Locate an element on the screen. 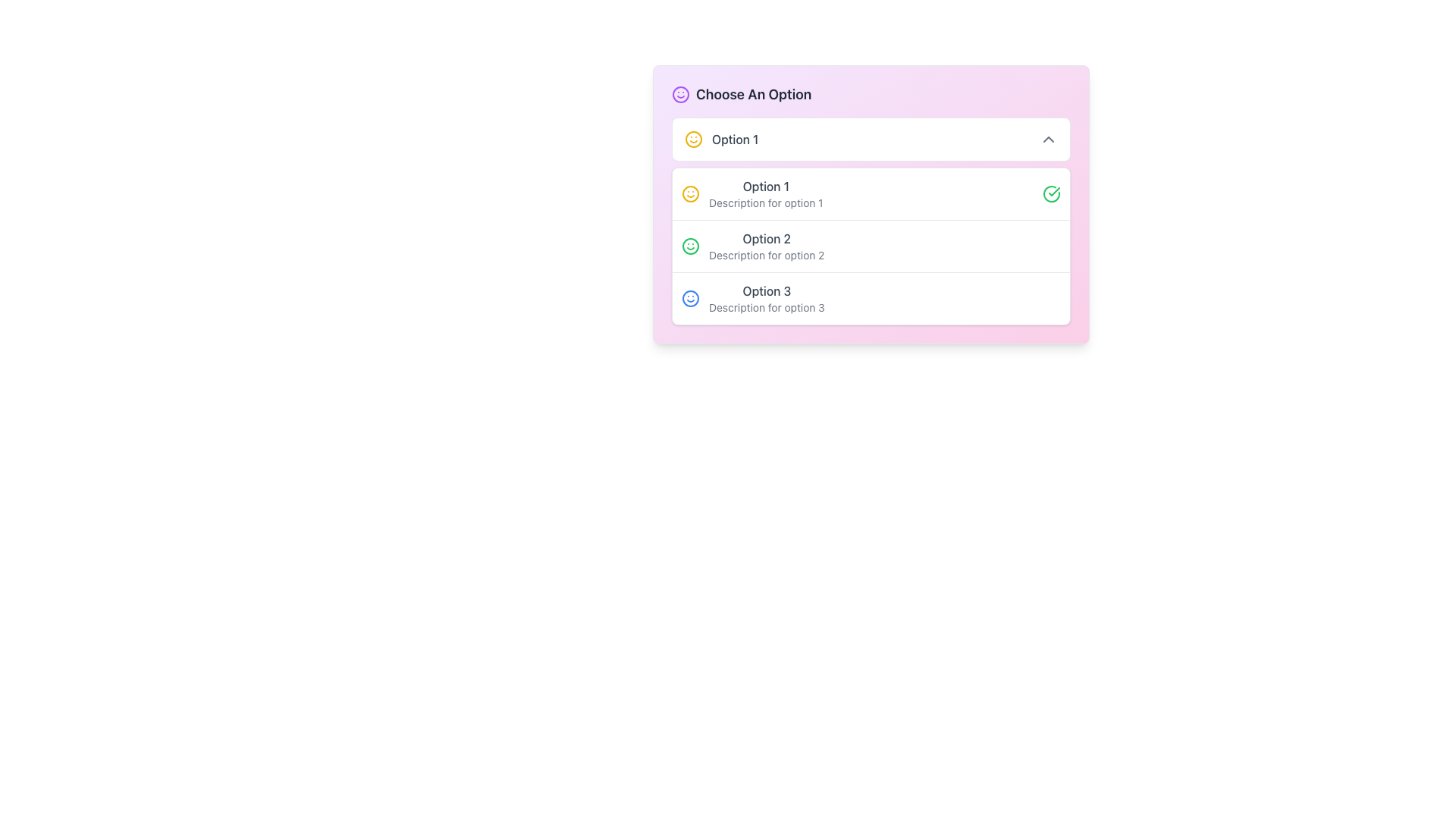  the text label for the first option in the 'Choose An Option' selection list, which is positioned above the description text 'Description for option 1' and adjacent to a yellow emoji icon is located at coordinates (766, 186).